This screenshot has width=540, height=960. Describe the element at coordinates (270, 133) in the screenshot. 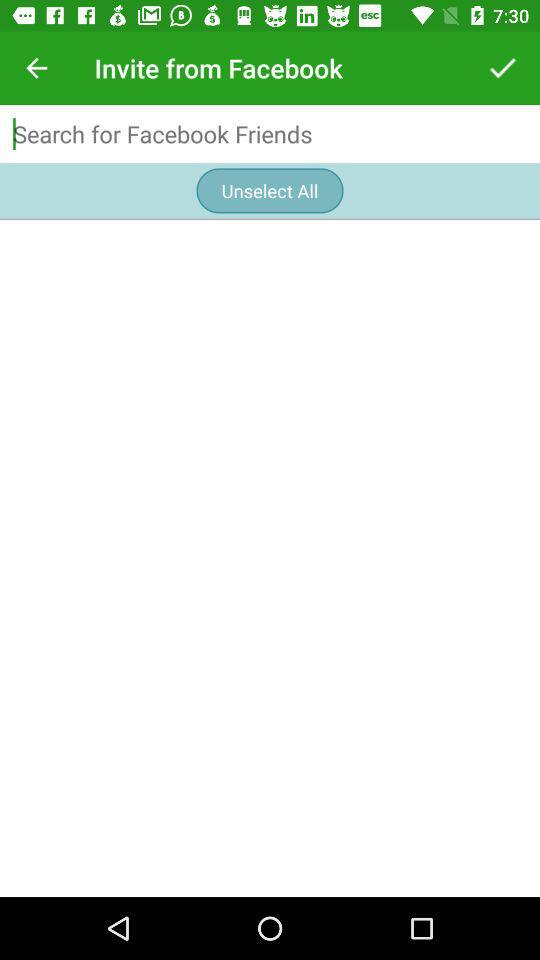

I see `the item above the unselect all icon` at that location.